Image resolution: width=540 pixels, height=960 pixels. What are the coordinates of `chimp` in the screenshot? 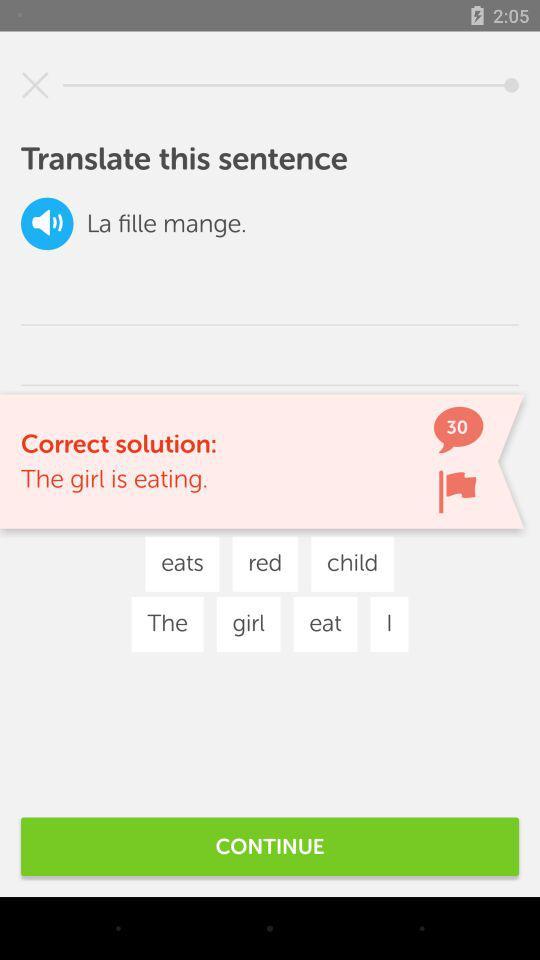 It's located at (457, 490).